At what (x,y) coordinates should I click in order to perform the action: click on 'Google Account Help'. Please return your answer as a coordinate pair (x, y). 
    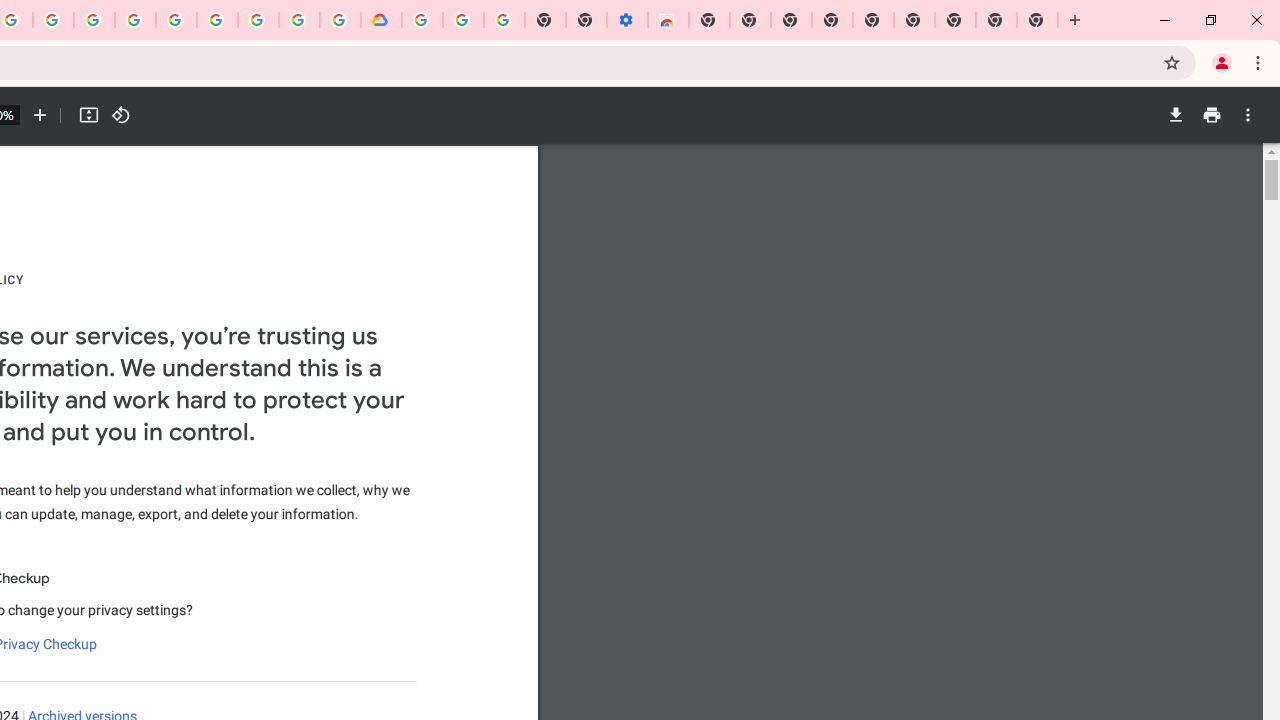
    Looking at the image, I should click on (462, 20).